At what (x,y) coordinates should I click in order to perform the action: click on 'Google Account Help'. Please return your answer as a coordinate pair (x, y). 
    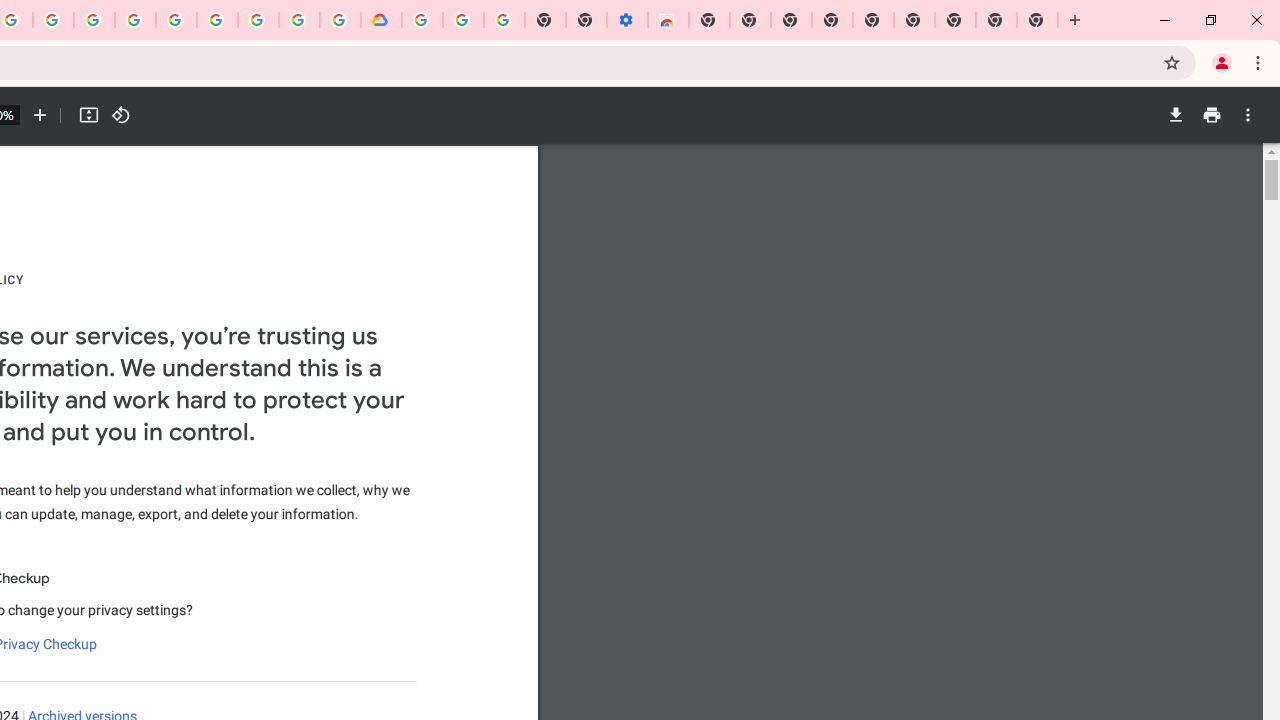
    Looking at the image, I should click on (462, 20).